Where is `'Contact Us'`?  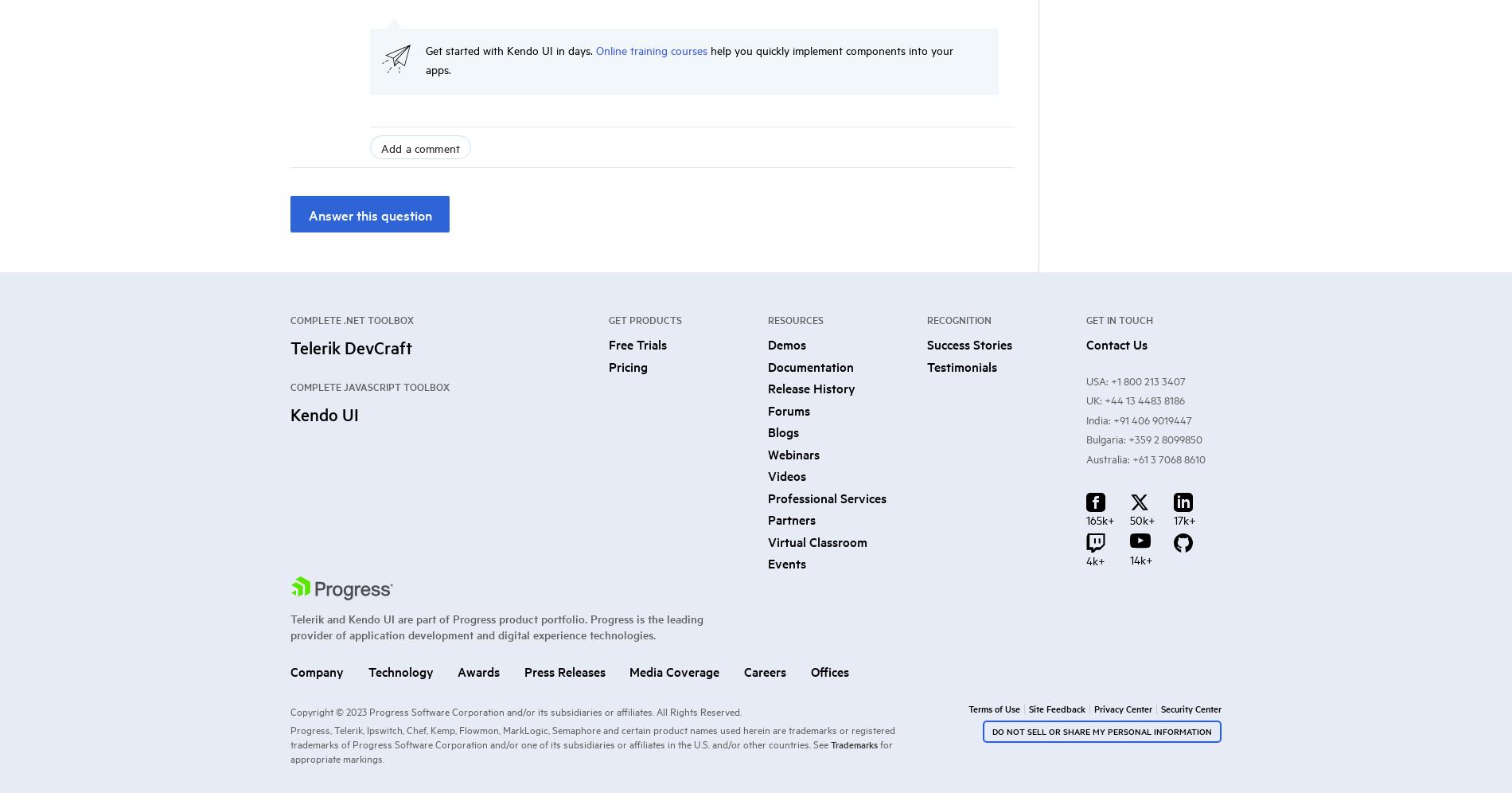 'Contact Us' is located at coordinates (1116, 343).